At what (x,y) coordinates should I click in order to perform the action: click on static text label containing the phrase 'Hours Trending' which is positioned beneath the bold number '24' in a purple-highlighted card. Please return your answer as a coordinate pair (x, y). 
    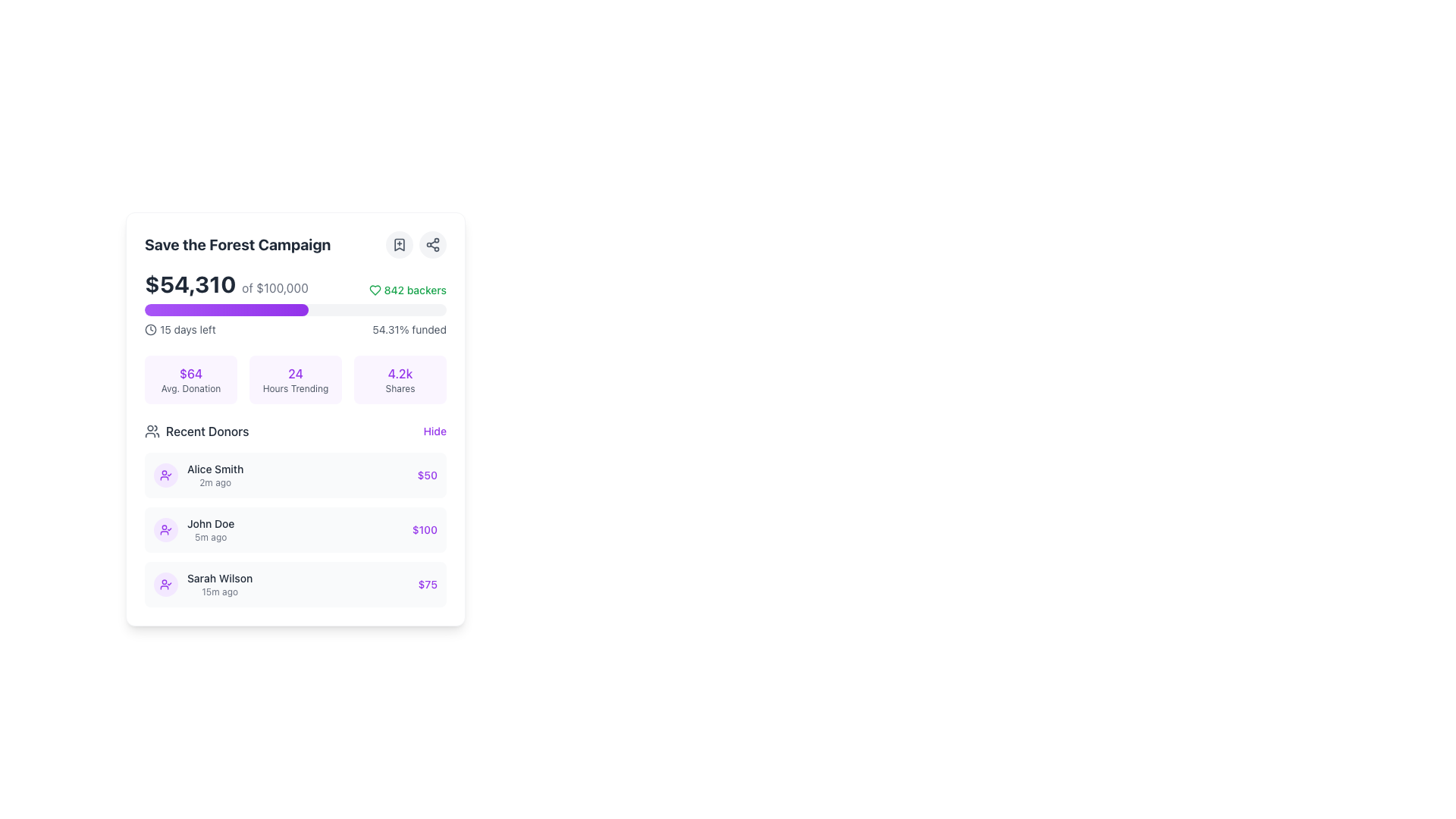
    Looking at the image, I should click on (295, 388).